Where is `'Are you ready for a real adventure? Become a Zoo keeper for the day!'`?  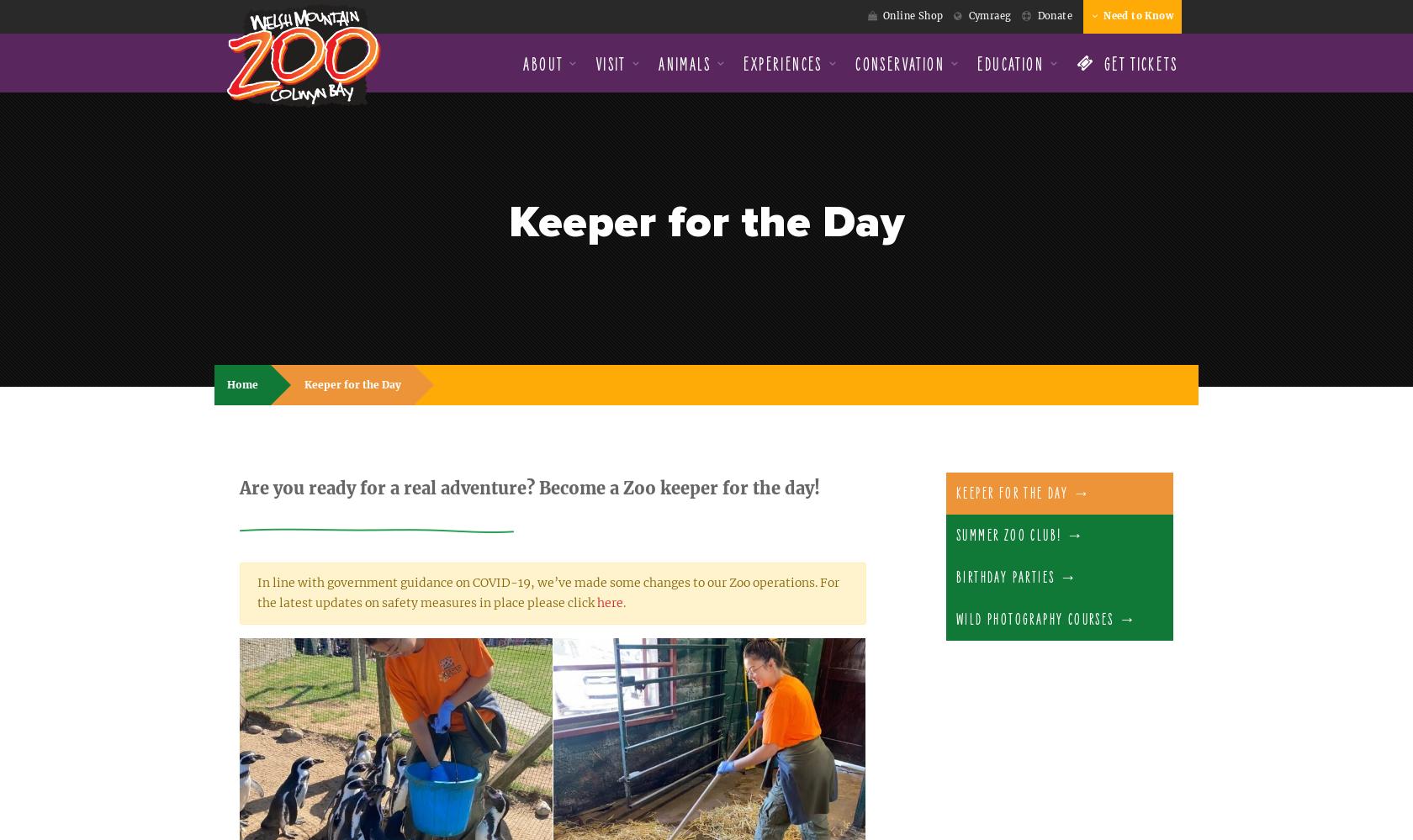
'Are you ready for a real adventure? Become a Zoo keeper for the day!' is located at coordinates (530, 488).